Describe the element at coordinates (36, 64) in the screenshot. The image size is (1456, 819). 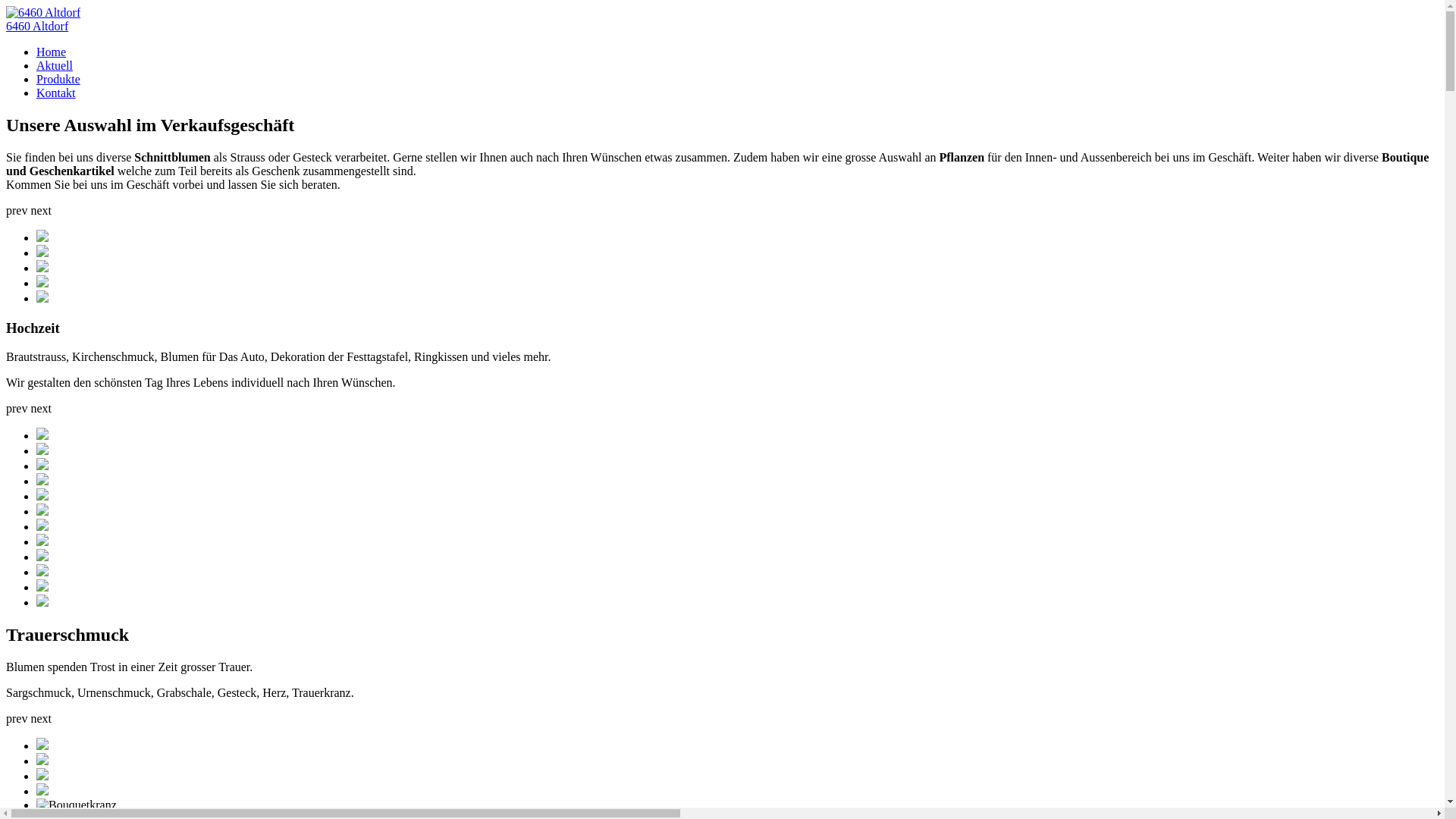
I see `'Aktuell'` at that location.